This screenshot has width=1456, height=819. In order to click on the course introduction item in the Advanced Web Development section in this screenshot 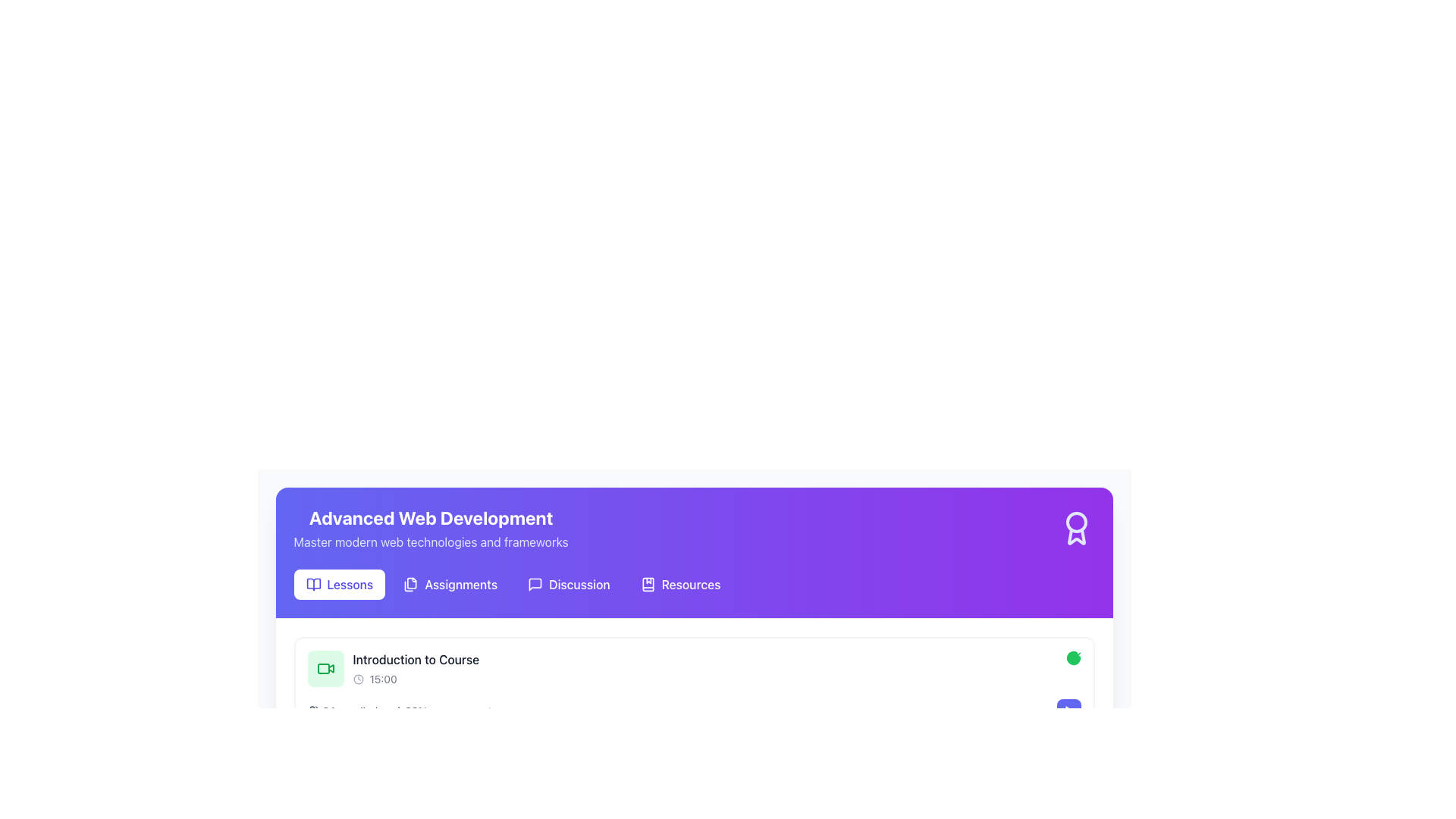, I will do `click(393, 668)`.